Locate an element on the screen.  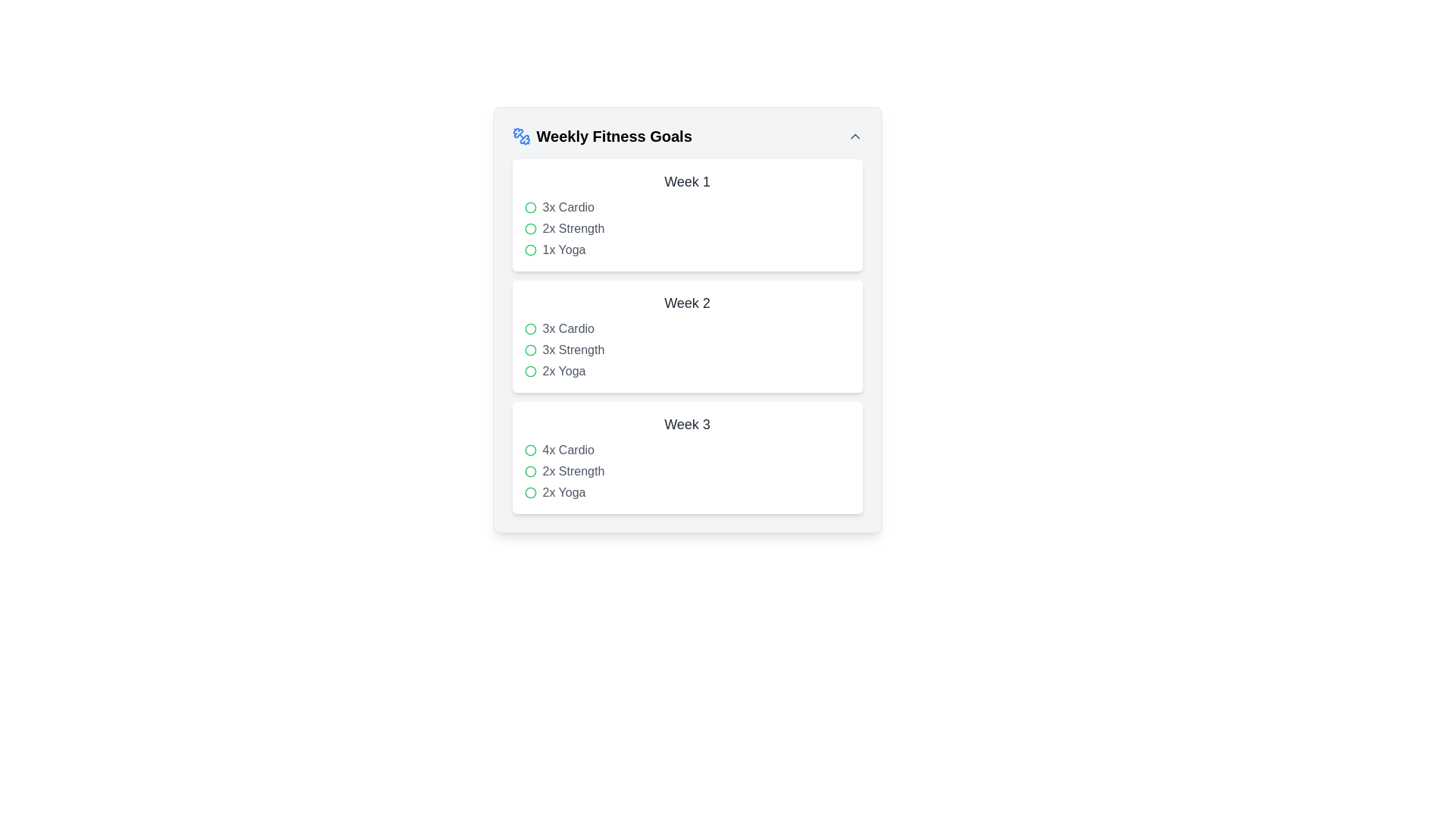
the text label '2x Strength' in gray font, which is located in the Week 3 section of the Weekly Fitness Goals card, positioned below '4x Cardio' and above '2x Yoga', with a green circular icon to its left is located at coordinates (573, 470).